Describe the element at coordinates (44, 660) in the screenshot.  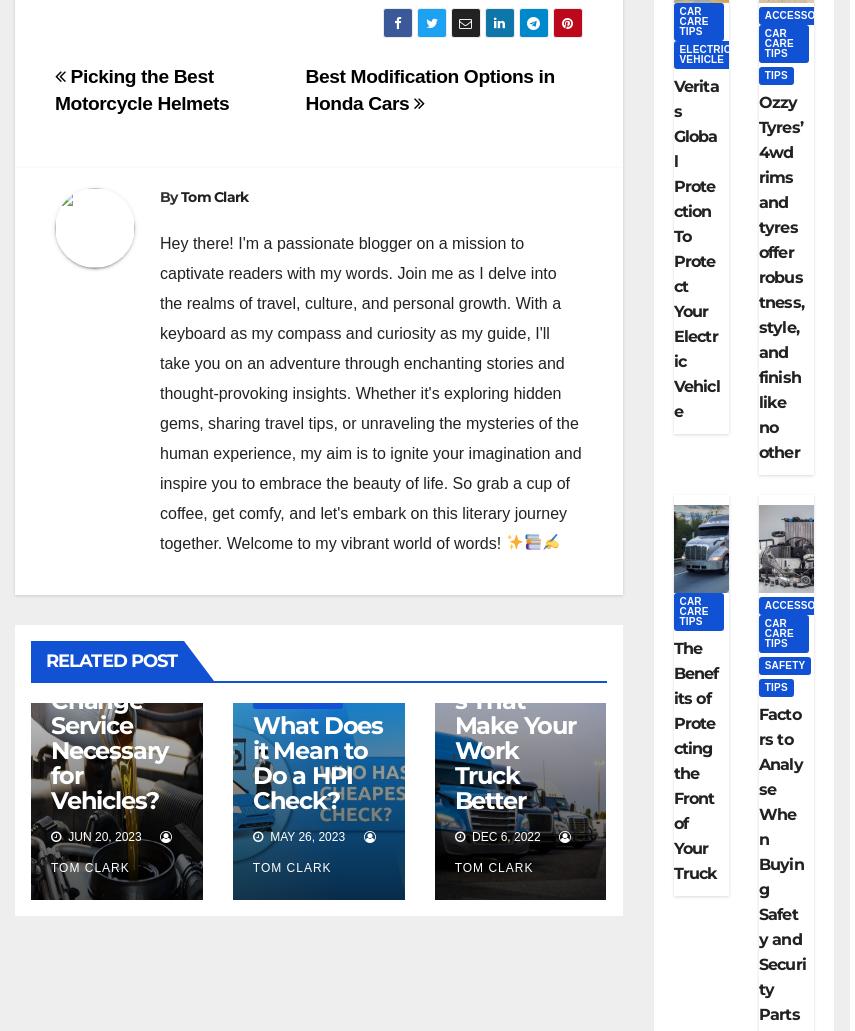
I see `'Related Post'` at that location.